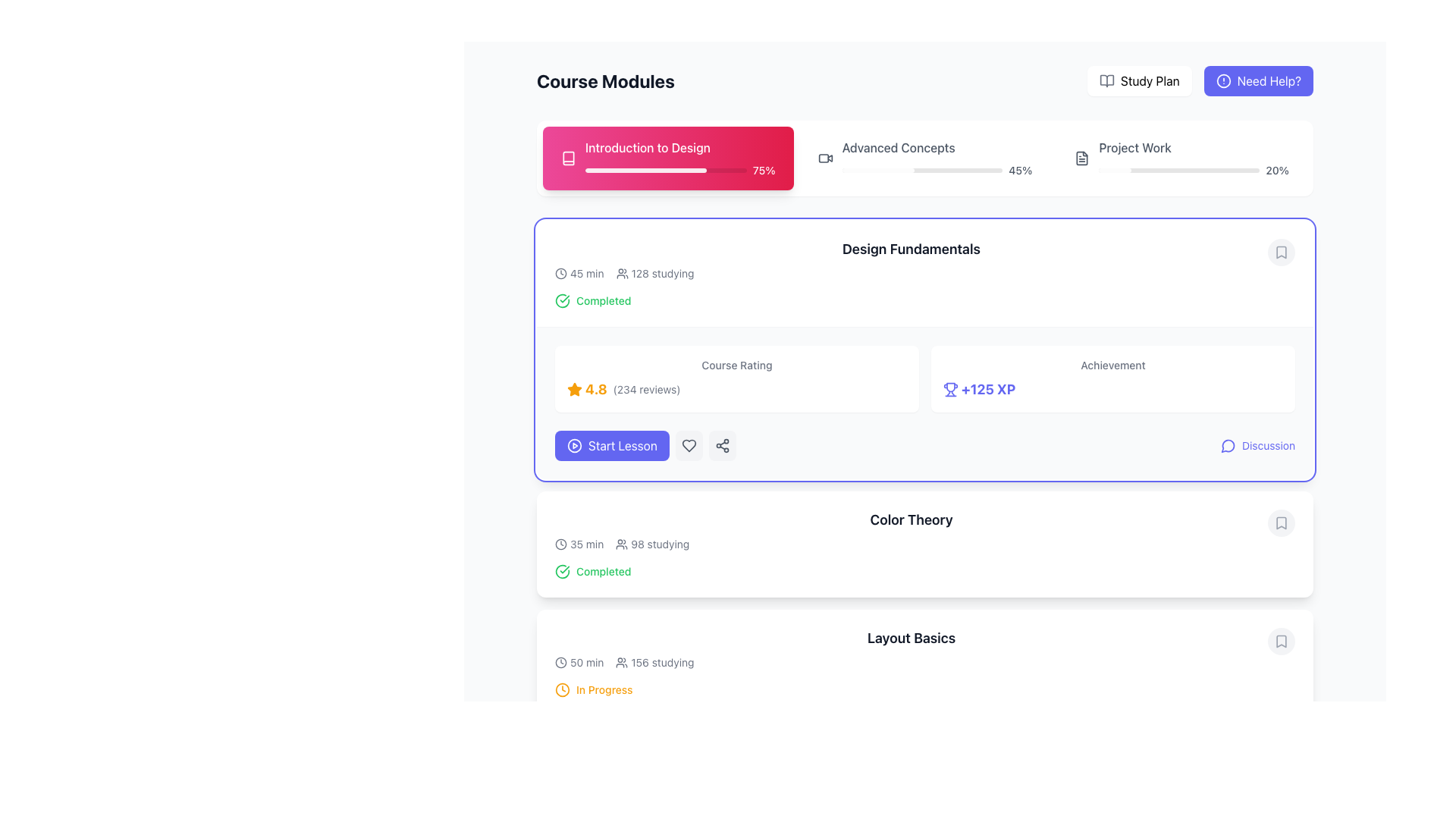  I want to click on the trophy icon's SVG outline element that represents achievement, located at the top-center of the trophy icon in the achievements section, so click(949, 386).